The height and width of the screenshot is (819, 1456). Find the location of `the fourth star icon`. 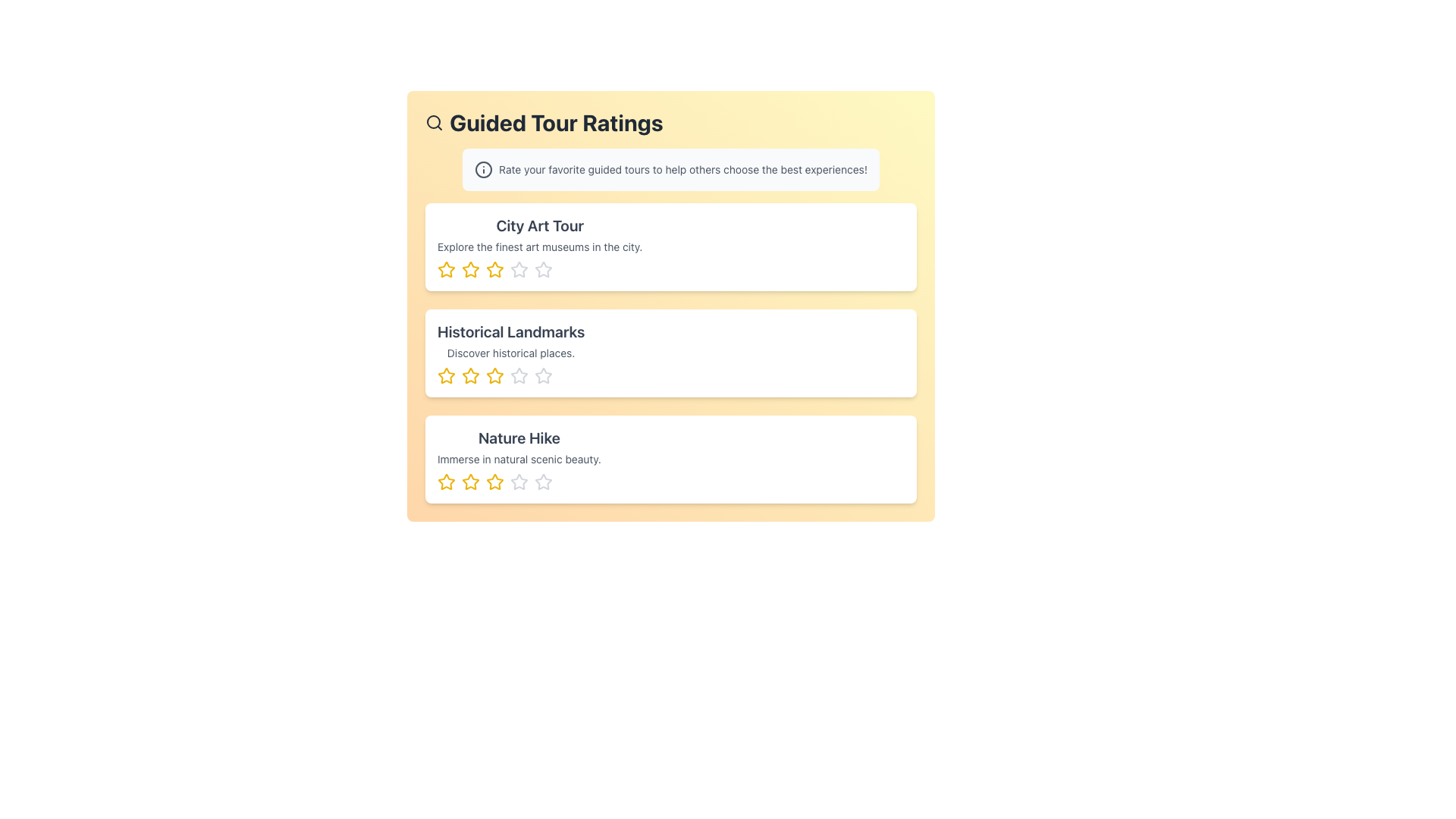

the fourth star icon is located at coordinates (494, 482).